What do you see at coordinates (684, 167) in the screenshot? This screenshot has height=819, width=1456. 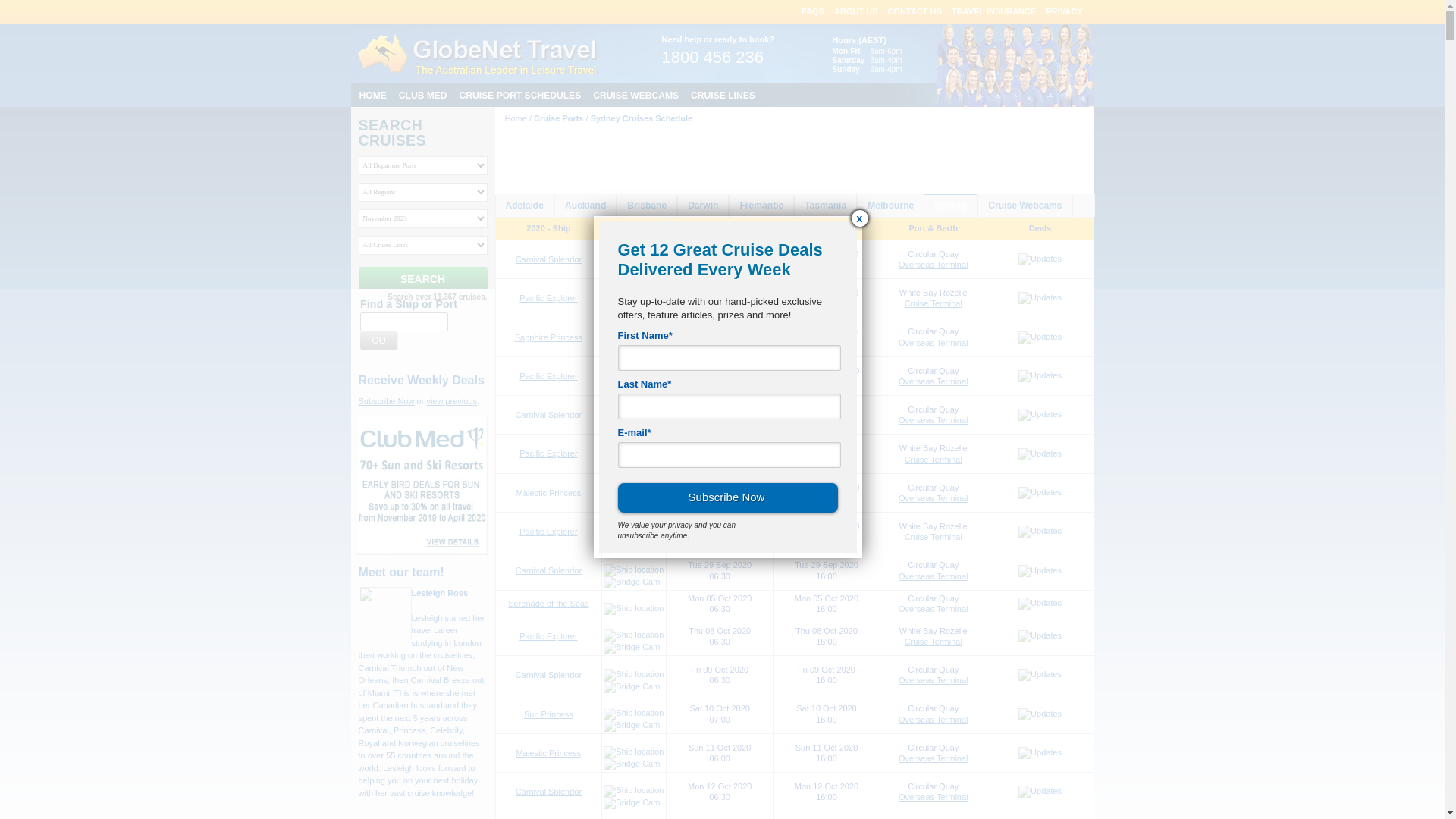 I see `'2021'` at bounding box center [684, 167].